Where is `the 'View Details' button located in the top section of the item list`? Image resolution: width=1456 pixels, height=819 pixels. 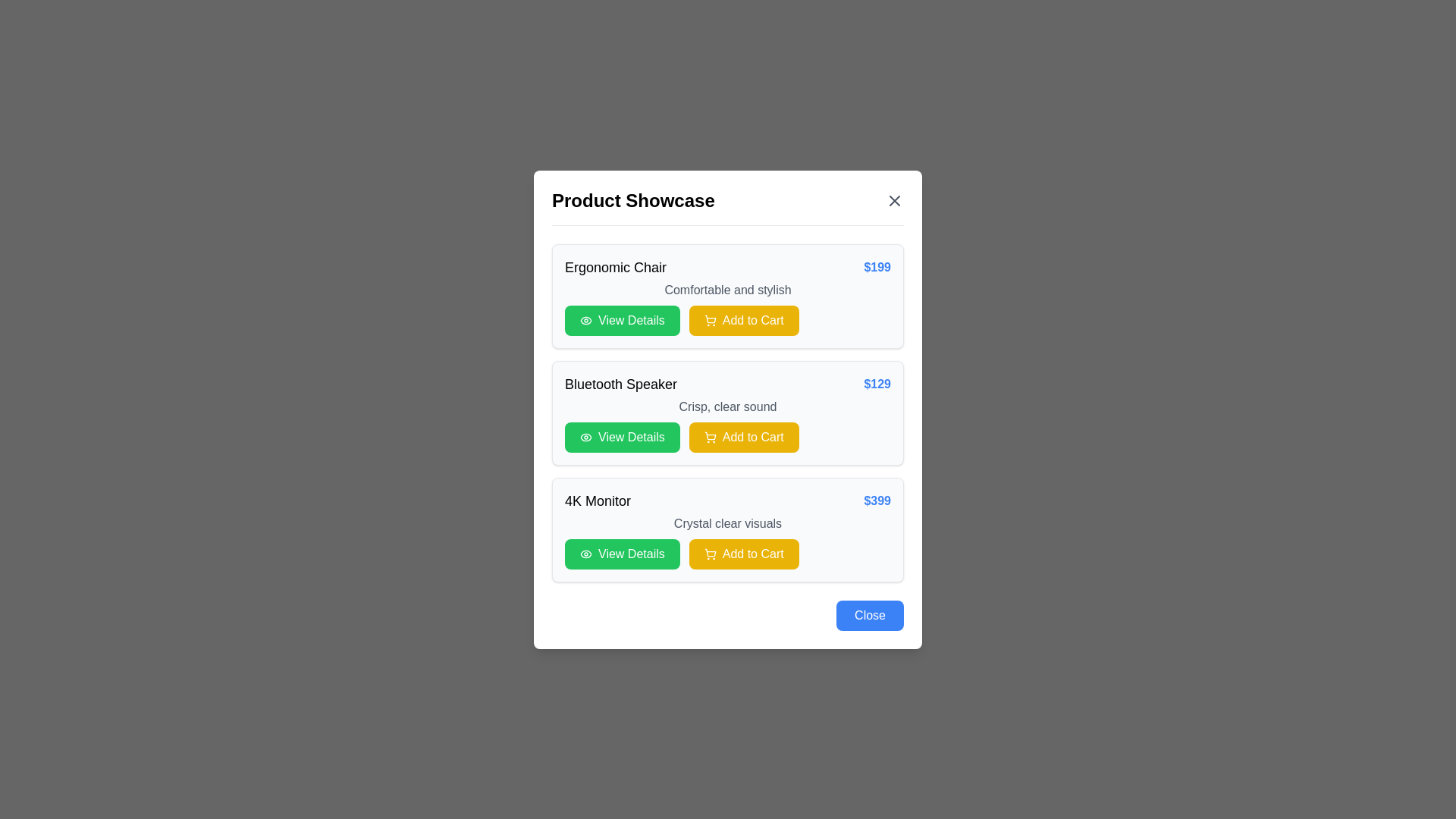
the 'View Details' button located in the top section of the item list is located at coordinates (622, 319).